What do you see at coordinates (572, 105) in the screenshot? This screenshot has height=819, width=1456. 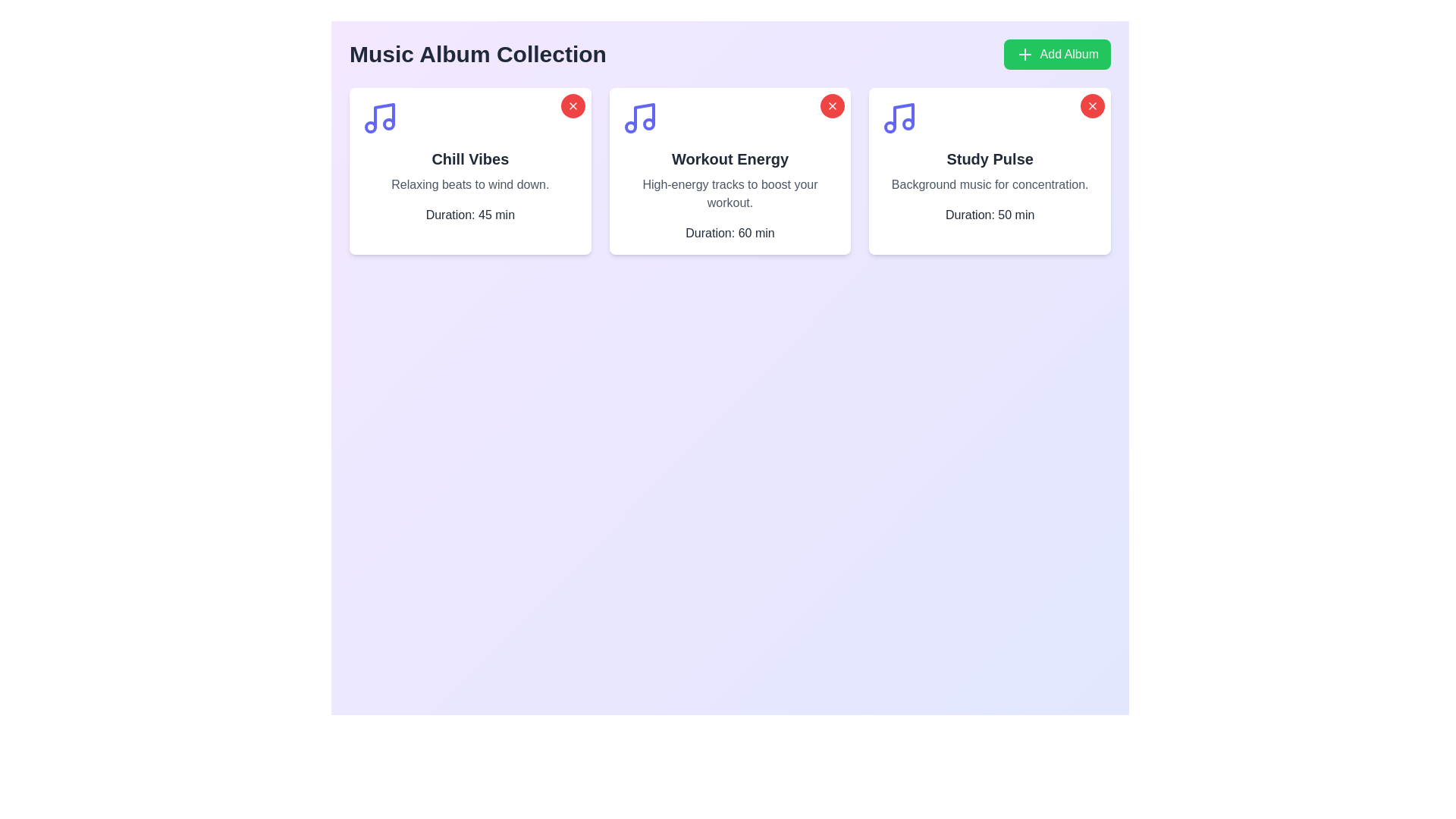 I see `the red circular button with a white 'X' icon located in the top-right corner of the 'Chill Vibes' album card` at bounding box center [572, 105].